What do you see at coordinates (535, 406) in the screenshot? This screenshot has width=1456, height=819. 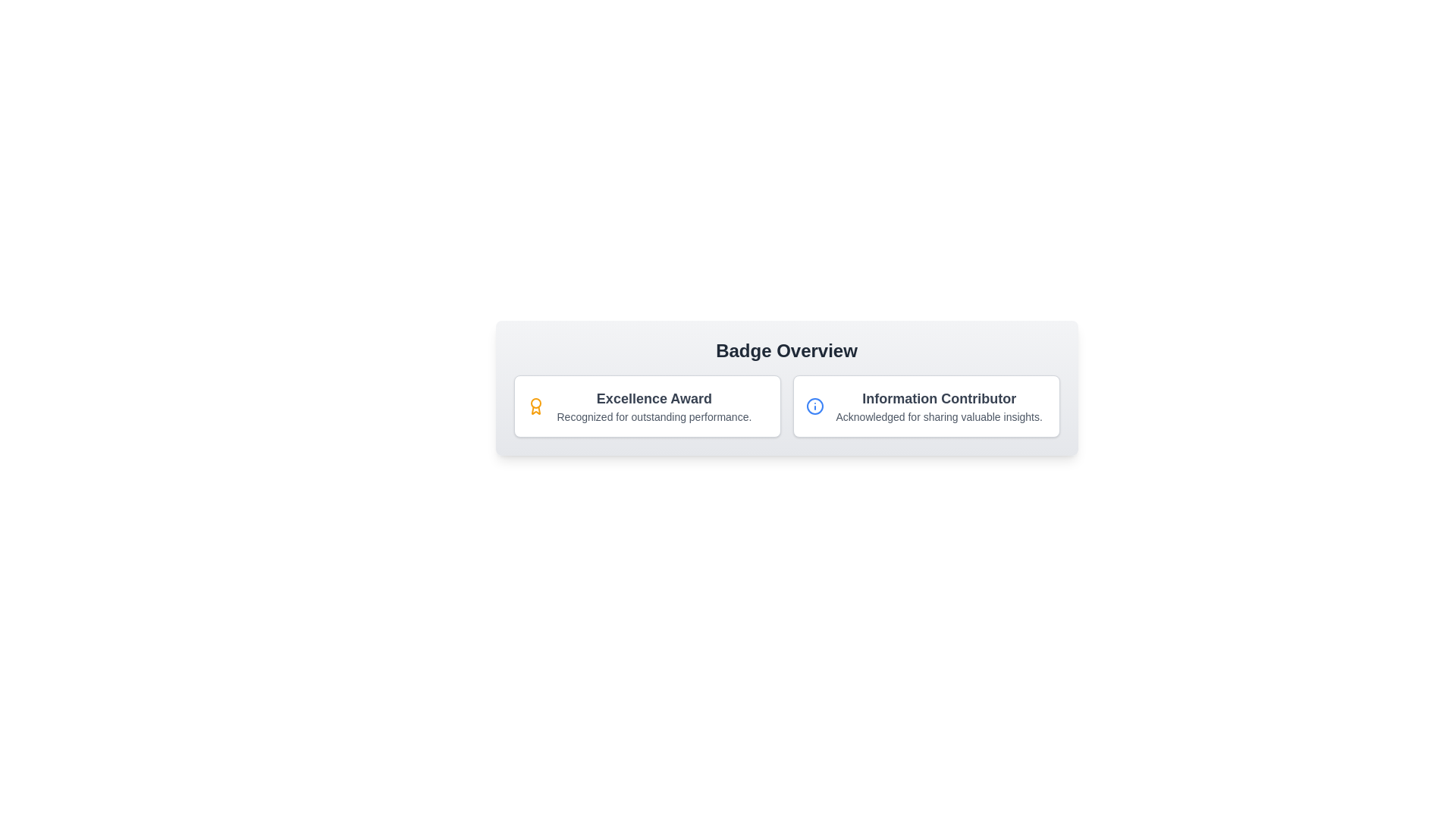 I see `the excellence icon, which is the leftmost visual component in the 'Excellence Award' section, adjacent to the descriptive text and title` at bounding box center [535, 406].